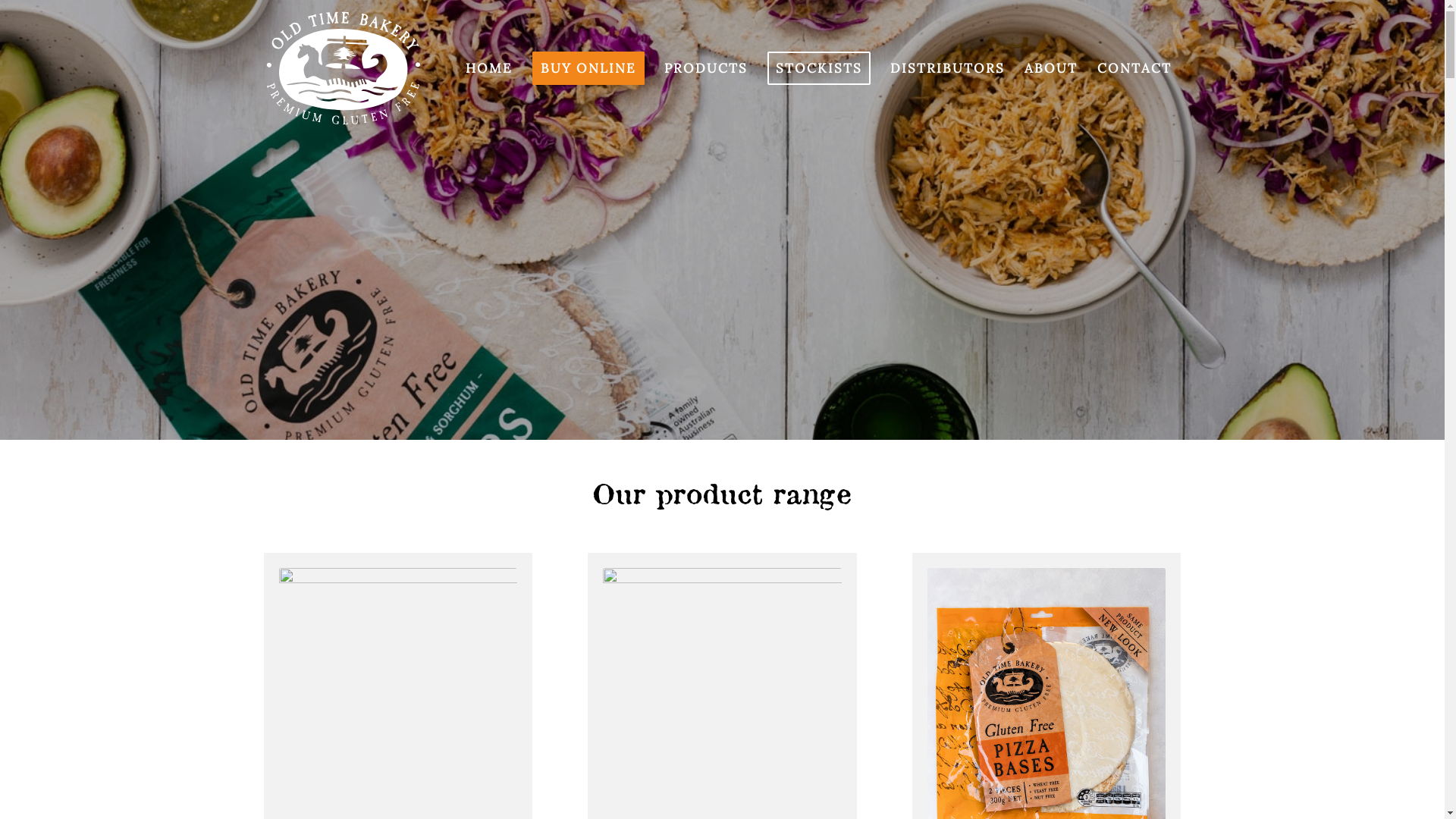  Describe the element at coordinates (817, 67) in the screenshot. I see `'STOCKISTS'` at that location.